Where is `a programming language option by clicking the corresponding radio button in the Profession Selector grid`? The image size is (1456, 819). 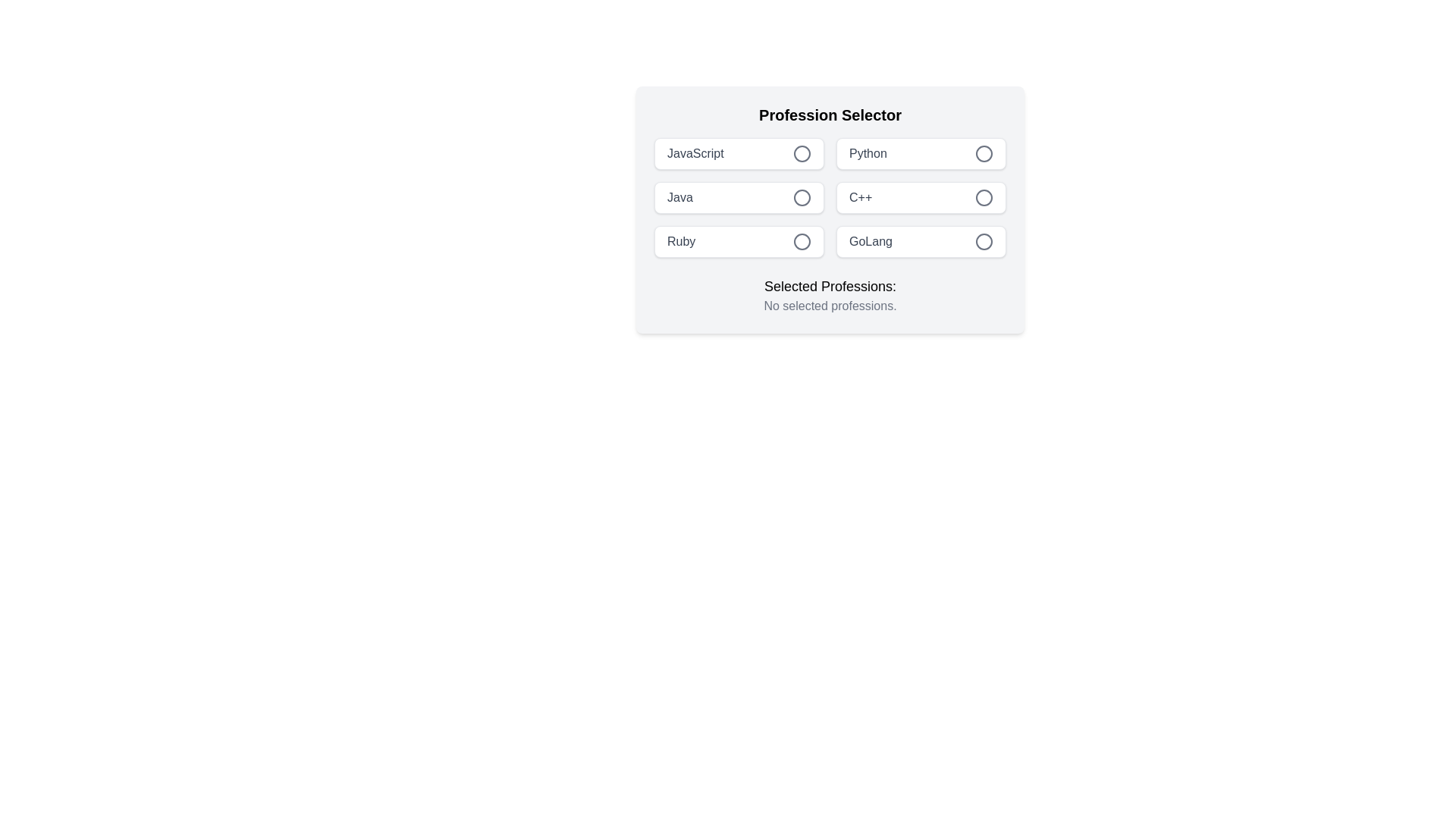 a programming language option by clicking the corresponding radio button in the Profession Selector grid is located at coordinates (829, 197).